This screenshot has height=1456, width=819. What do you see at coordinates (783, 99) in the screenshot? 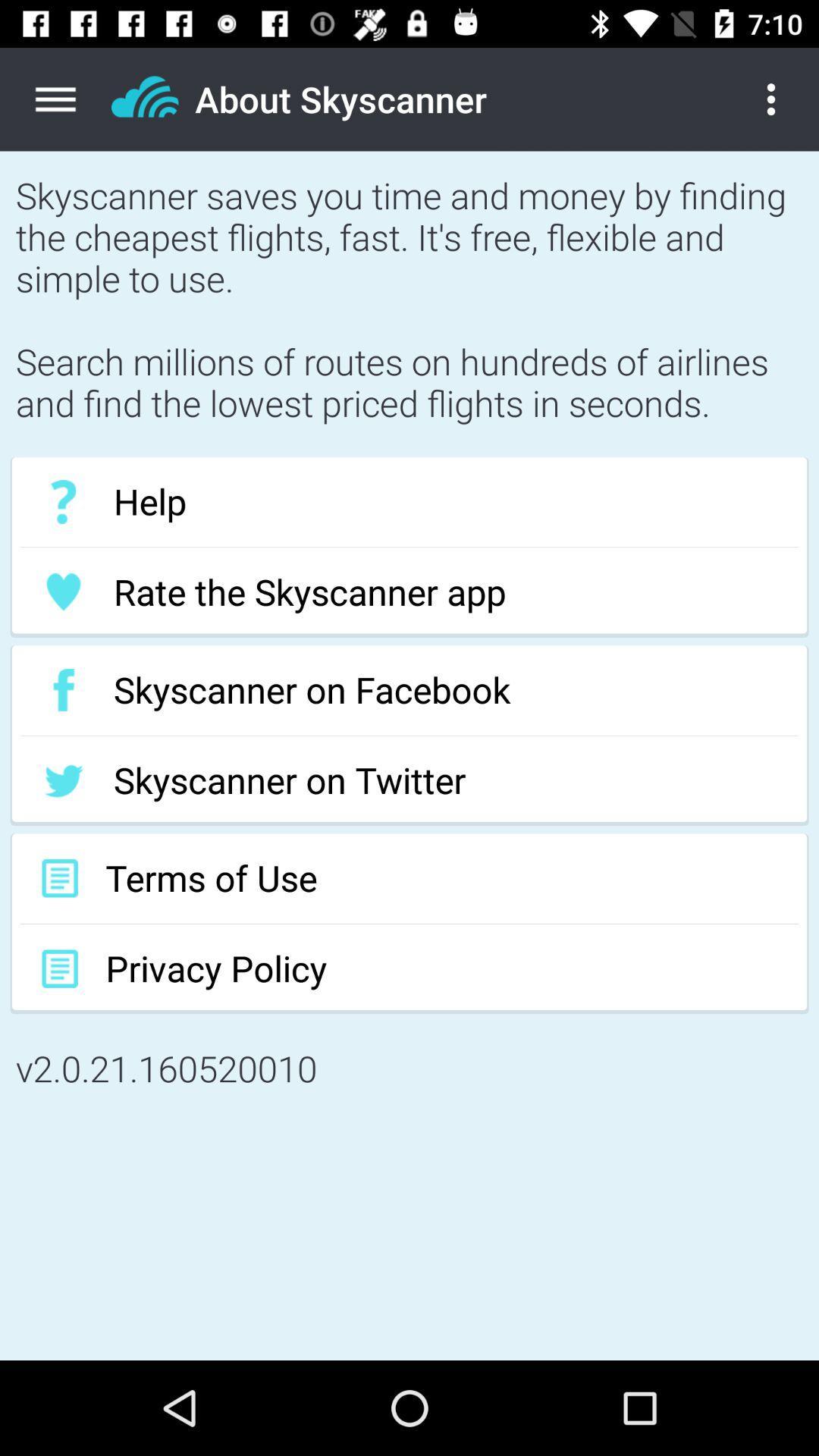
I see `the app to the right of the about skyscanner` at bounding box center [783, 99].